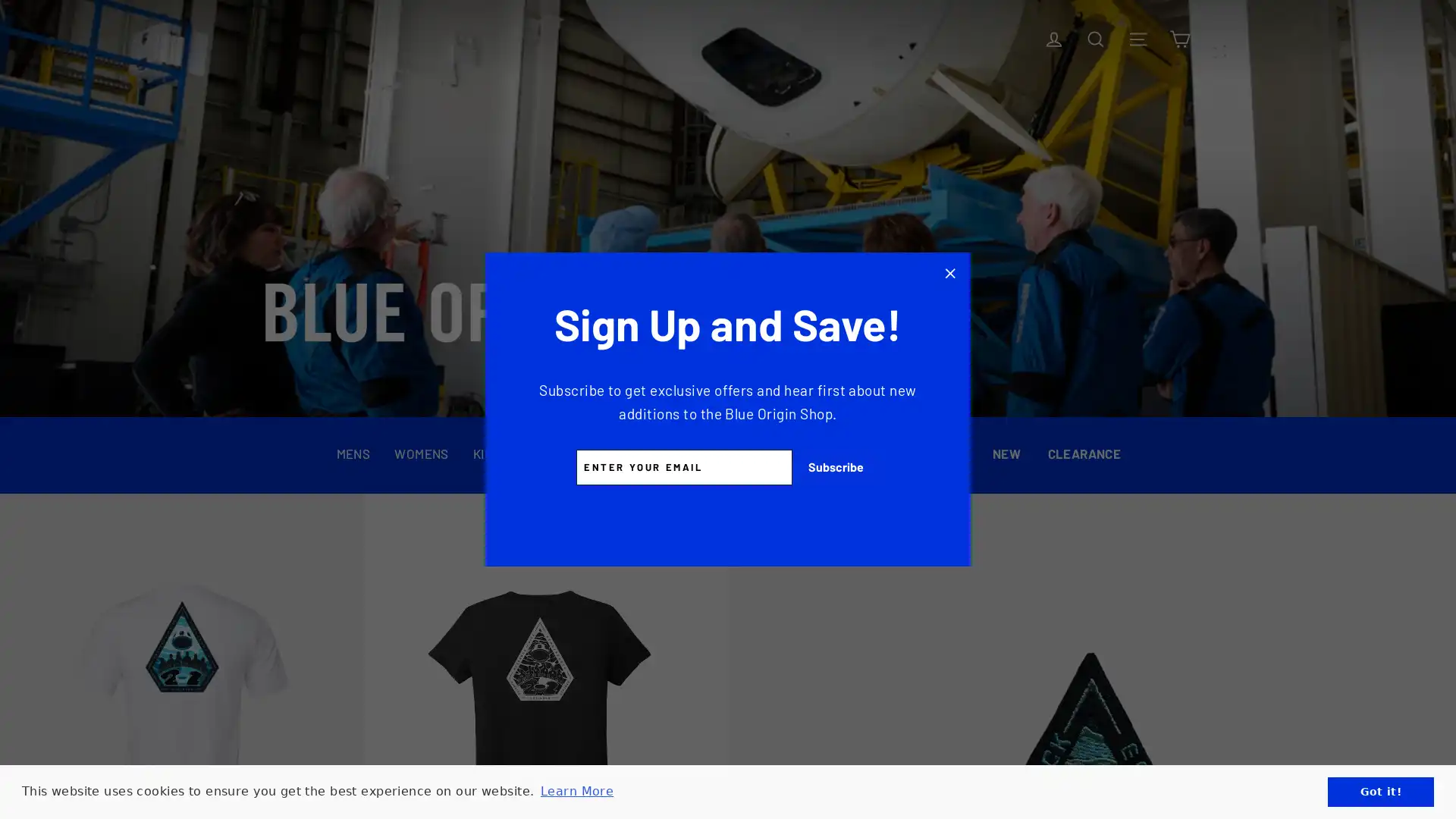  I want to click on Subscribe, so click(835, 466).